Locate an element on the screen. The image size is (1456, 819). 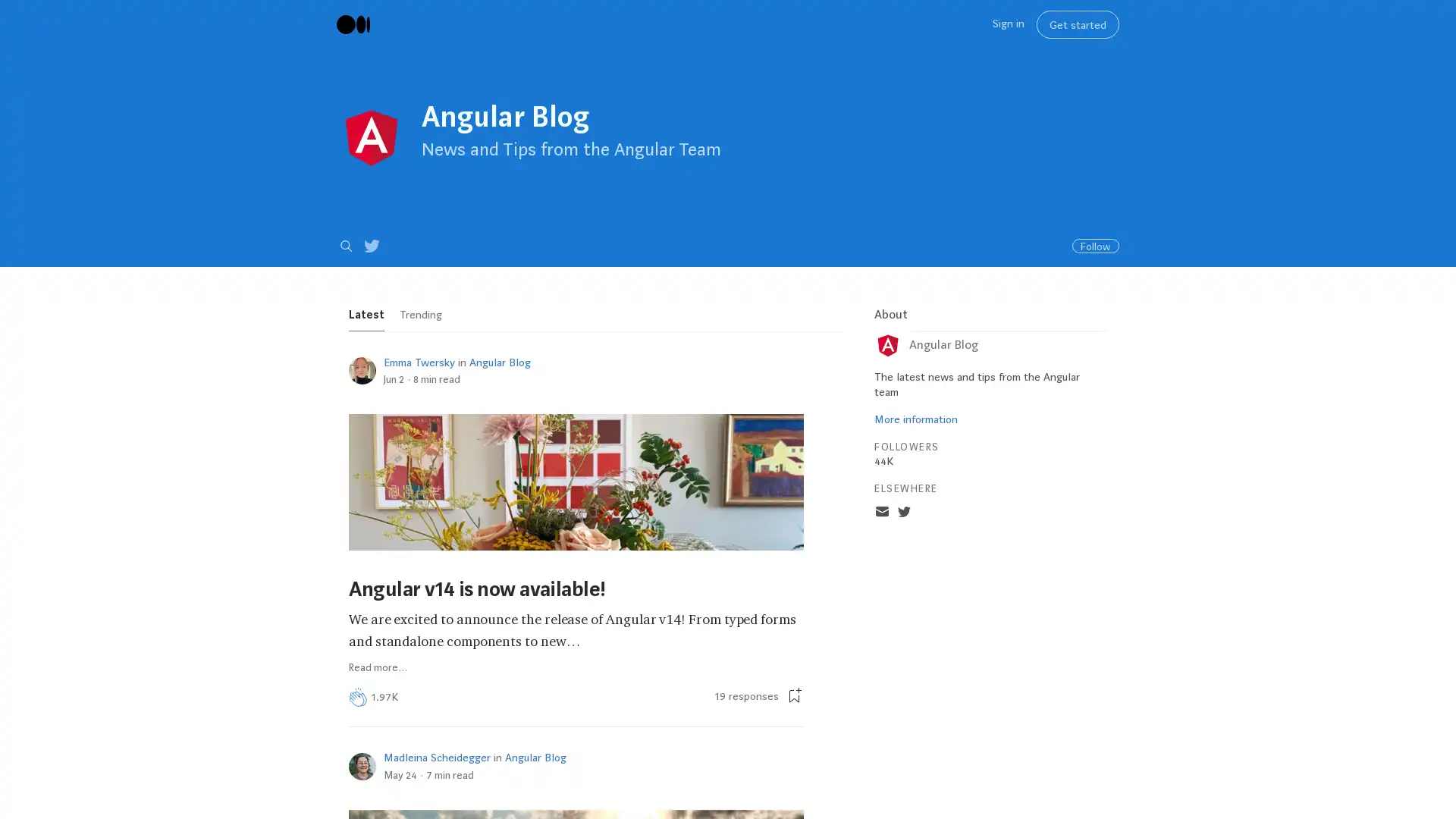
1.97K is located at coordinates (384, 698).